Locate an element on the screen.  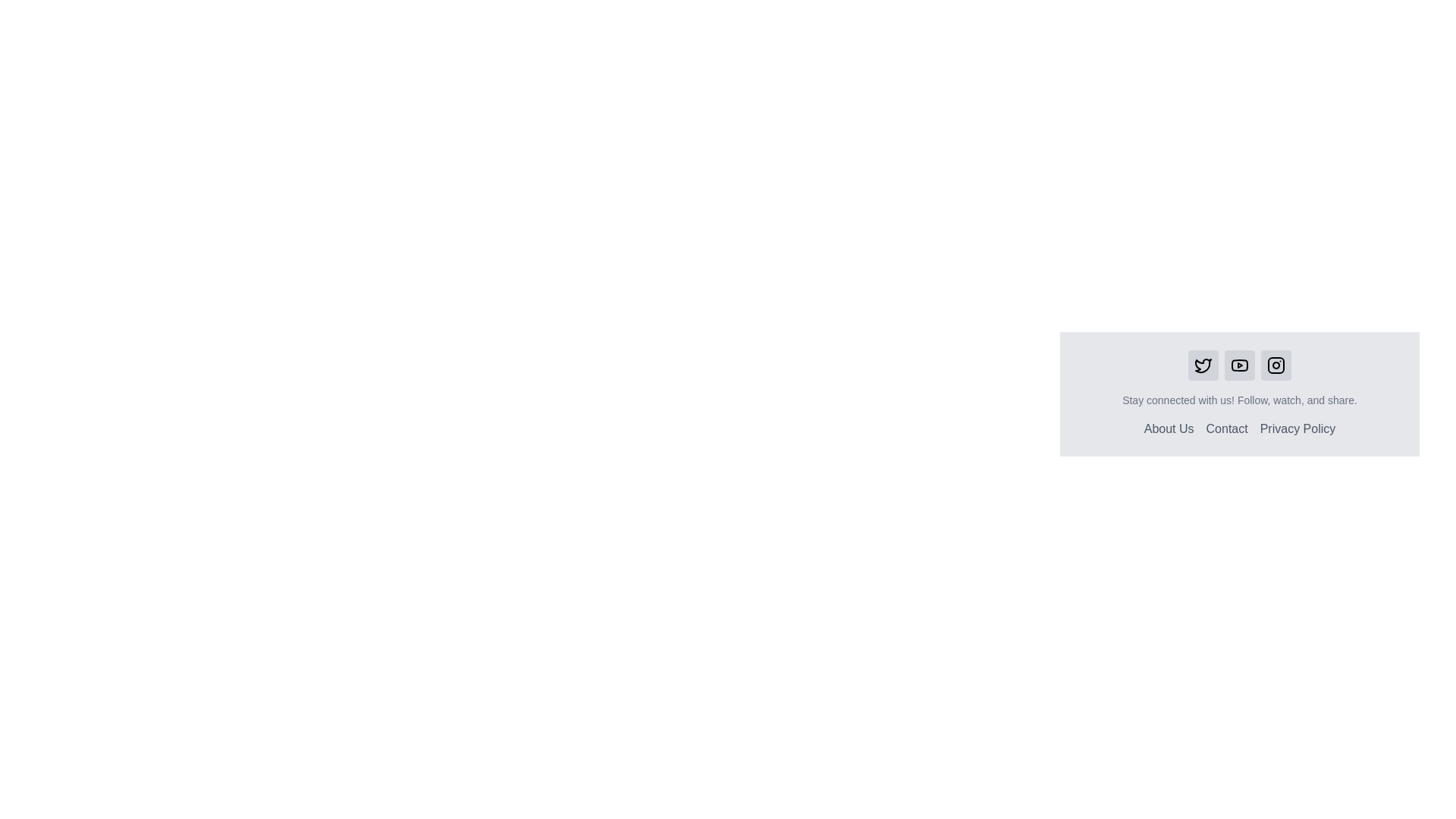
the Twitter logo icon, which is a bird silhouette located in the footer section on the far left of the icons row is located at coordinates (1203, 366).